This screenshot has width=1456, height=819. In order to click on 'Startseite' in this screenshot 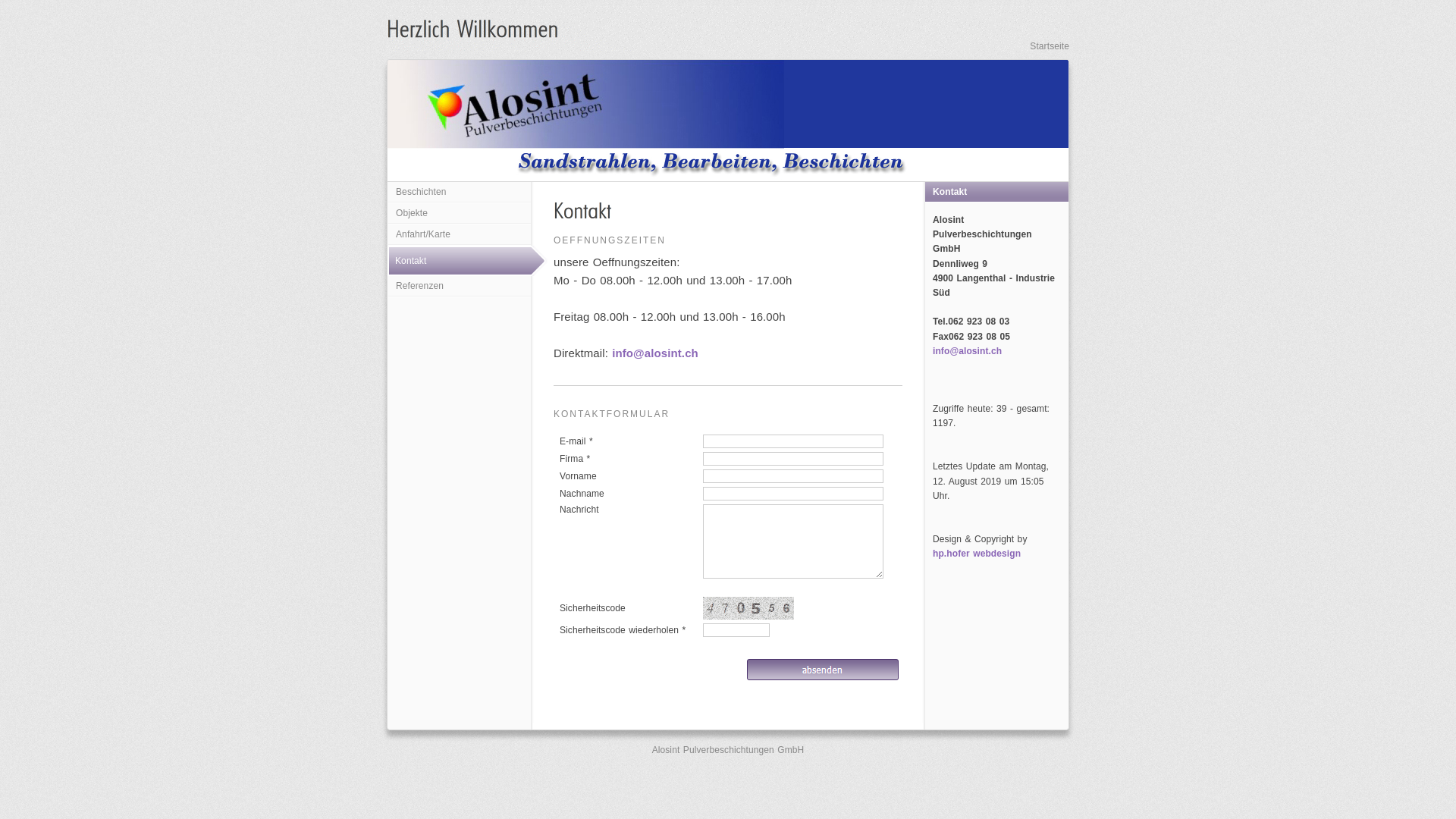, I will do `click(1048, 45)`.